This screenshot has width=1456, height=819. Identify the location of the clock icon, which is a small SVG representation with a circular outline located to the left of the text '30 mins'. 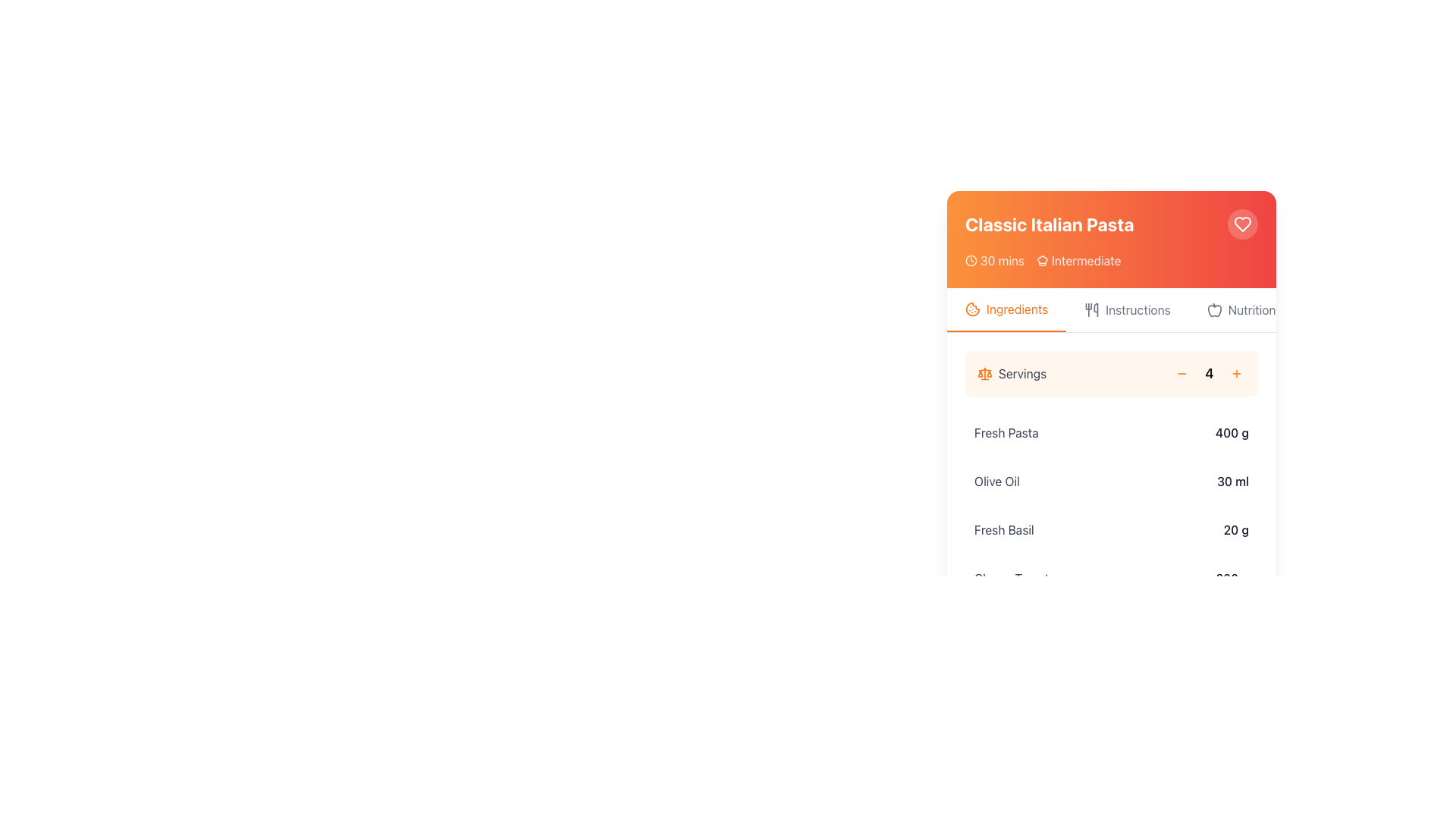
(971, 259).